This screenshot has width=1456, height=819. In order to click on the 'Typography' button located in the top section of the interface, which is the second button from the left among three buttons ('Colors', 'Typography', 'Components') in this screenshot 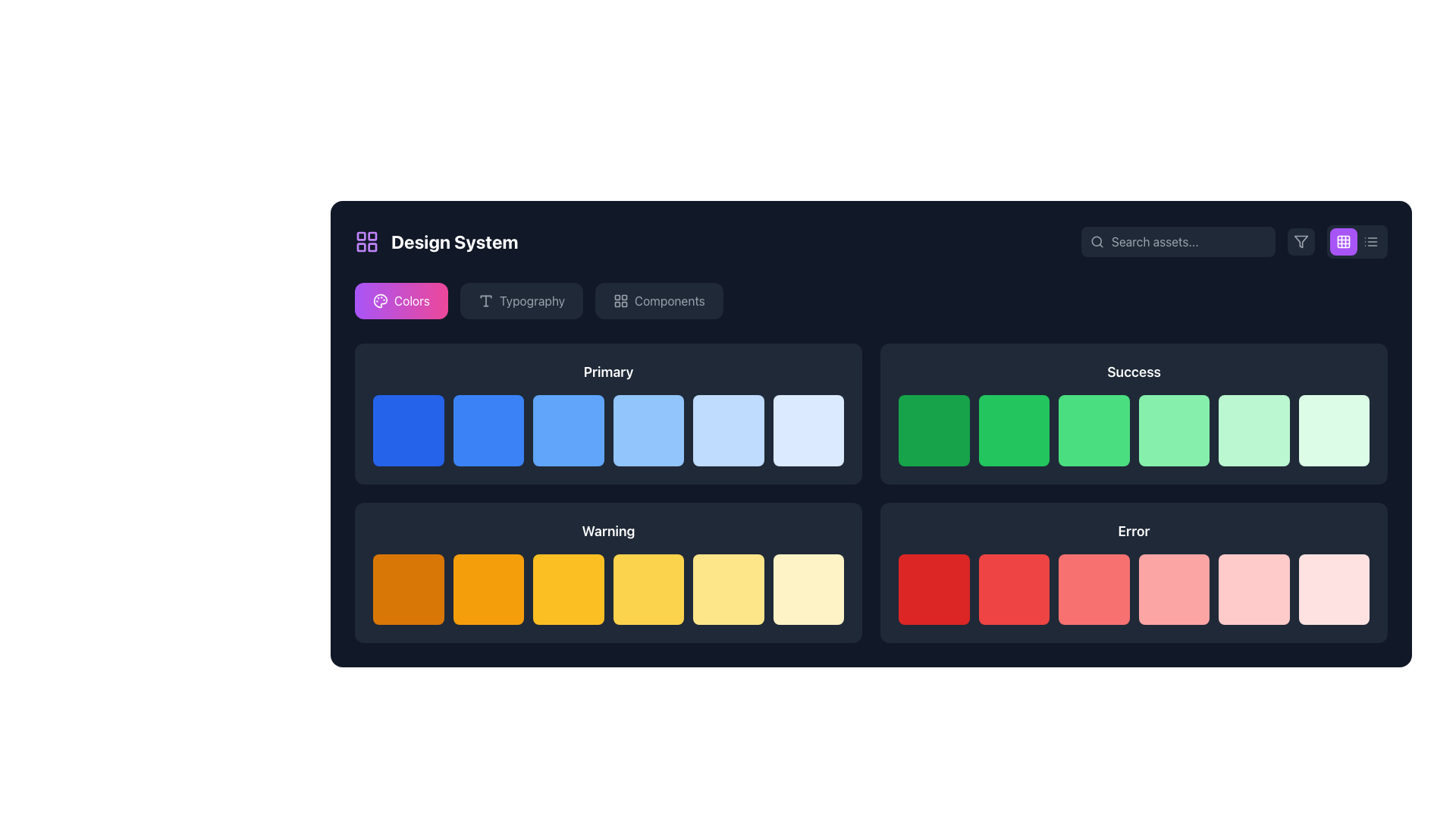, I will do `click(521, 301)`.